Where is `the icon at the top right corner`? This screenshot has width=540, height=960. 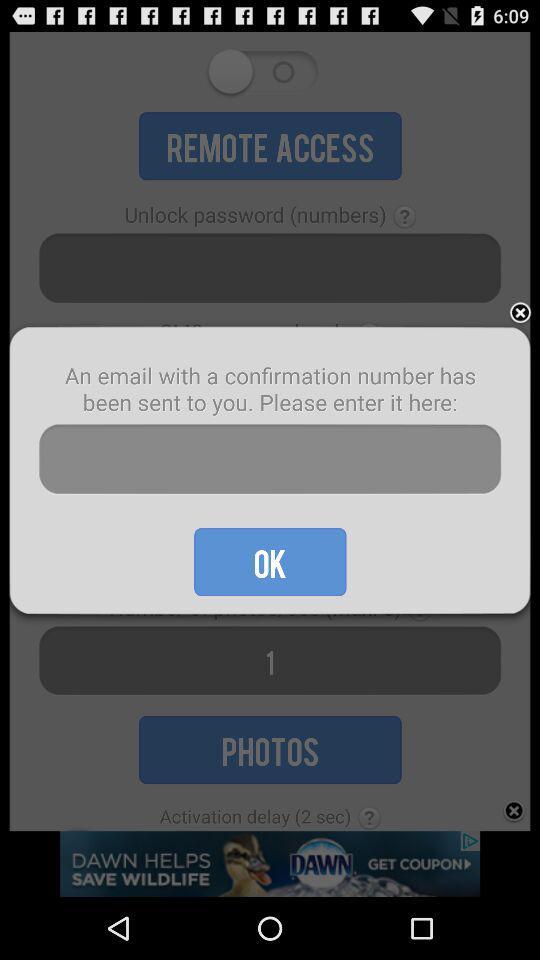
the icon at the top right corner is located at coordinates (520, 313).